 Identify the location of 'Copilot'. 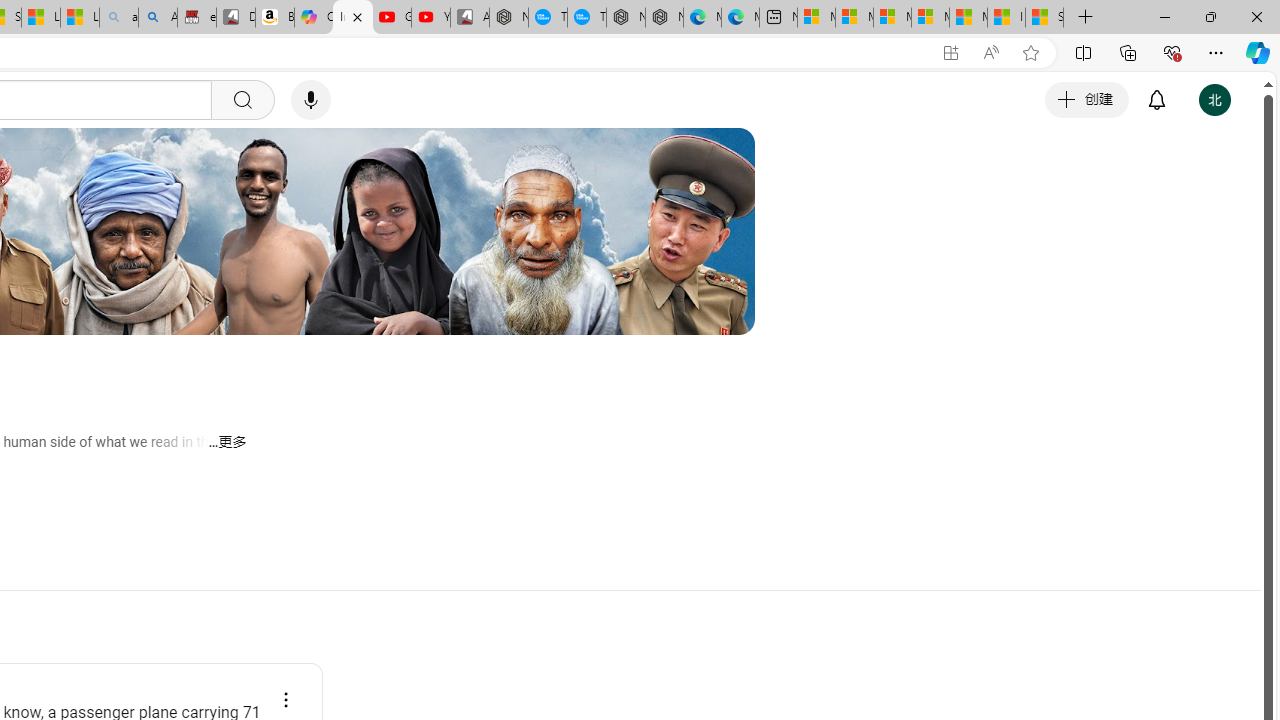
(312, 17).